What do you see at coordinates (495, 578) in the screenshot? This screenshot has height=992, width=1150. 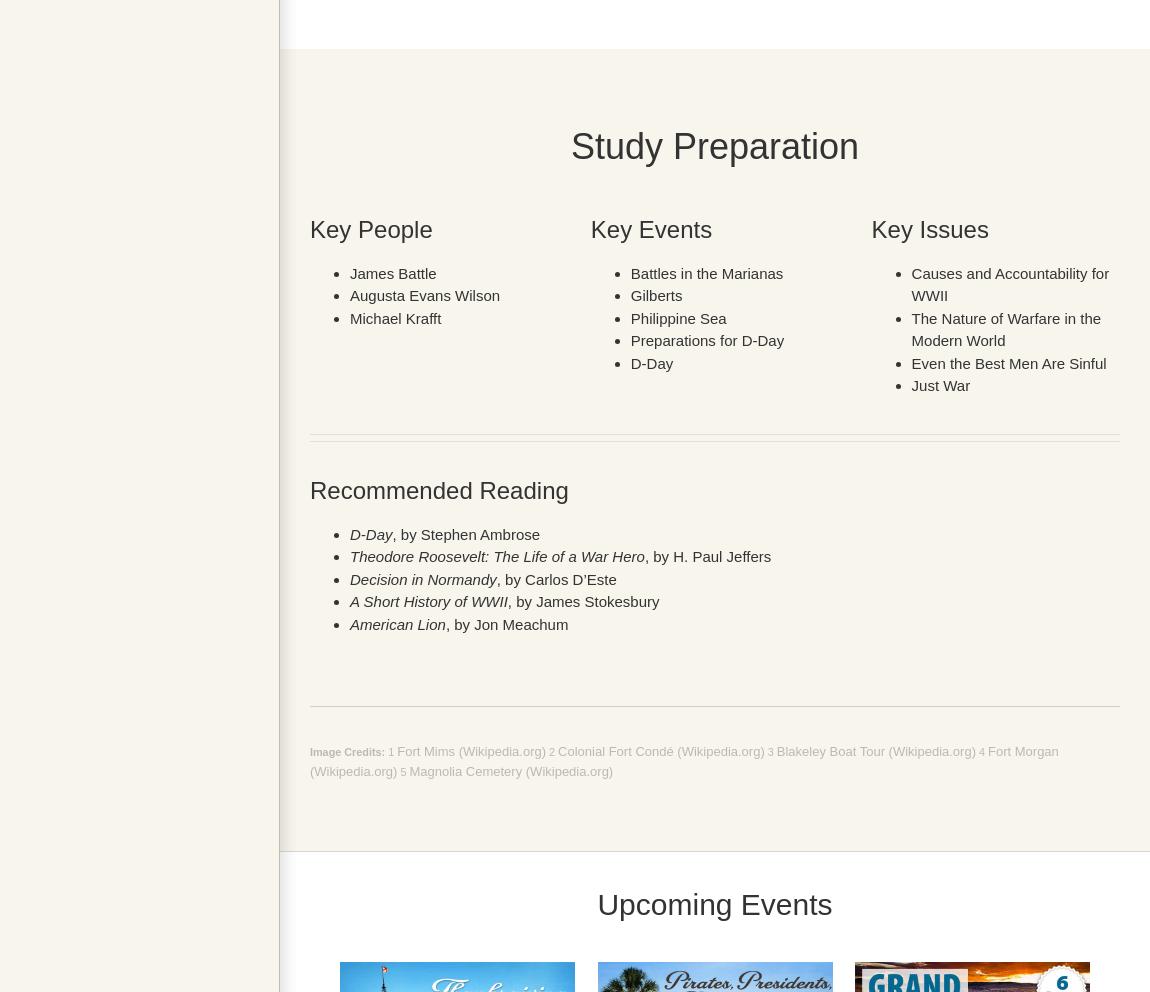 I see `', by Carlos D’Este'` at bounding box center [495, 578].